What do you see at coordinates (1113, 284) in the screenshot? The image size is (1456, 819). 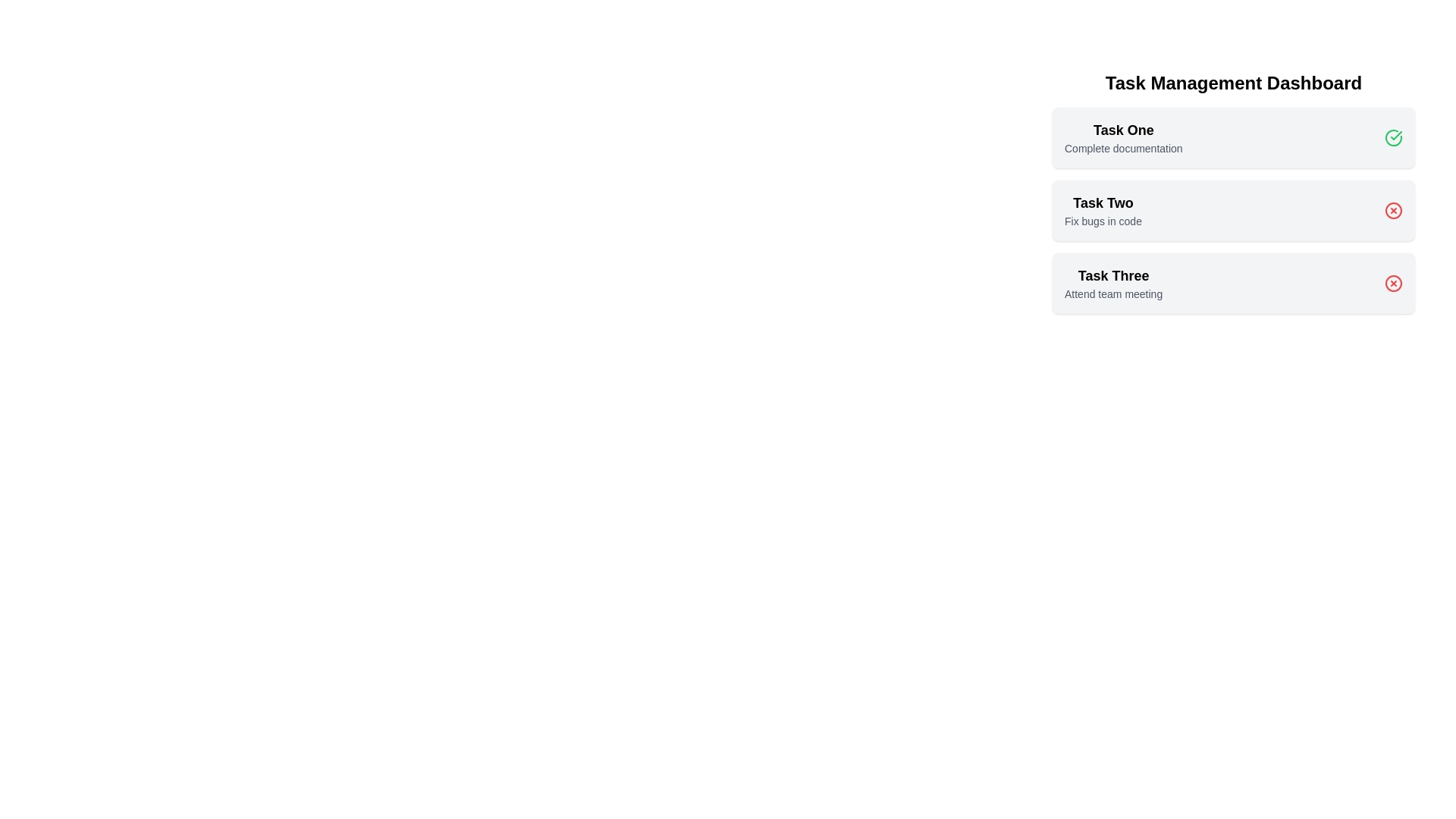 I see `the task item Task Three to open its context menu` at bounding box center [1113, 284].